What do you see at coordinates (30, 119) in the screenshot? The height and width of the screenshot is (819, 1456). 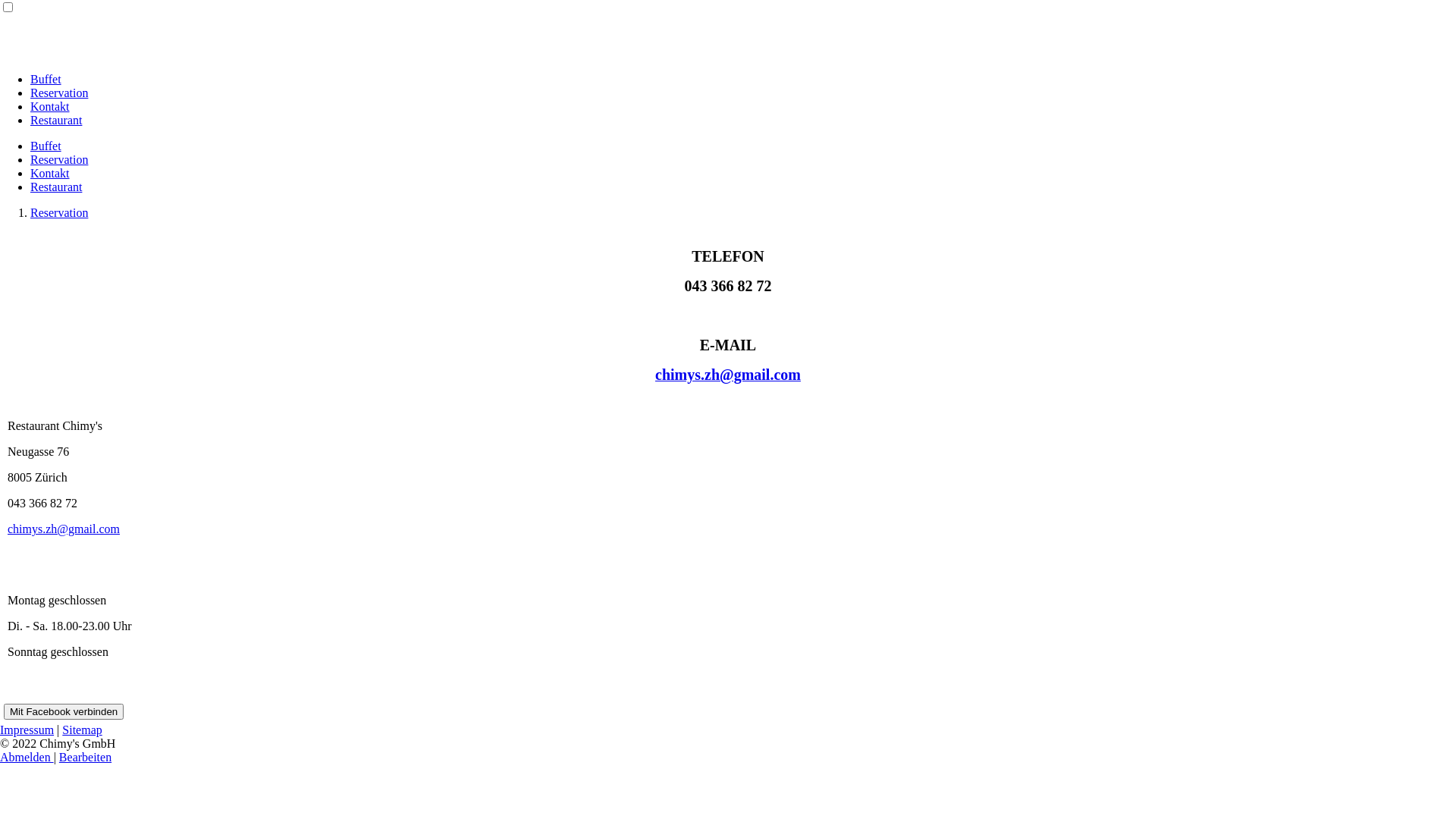 I see `'Restaurant'` at bounding box center [30, 119].